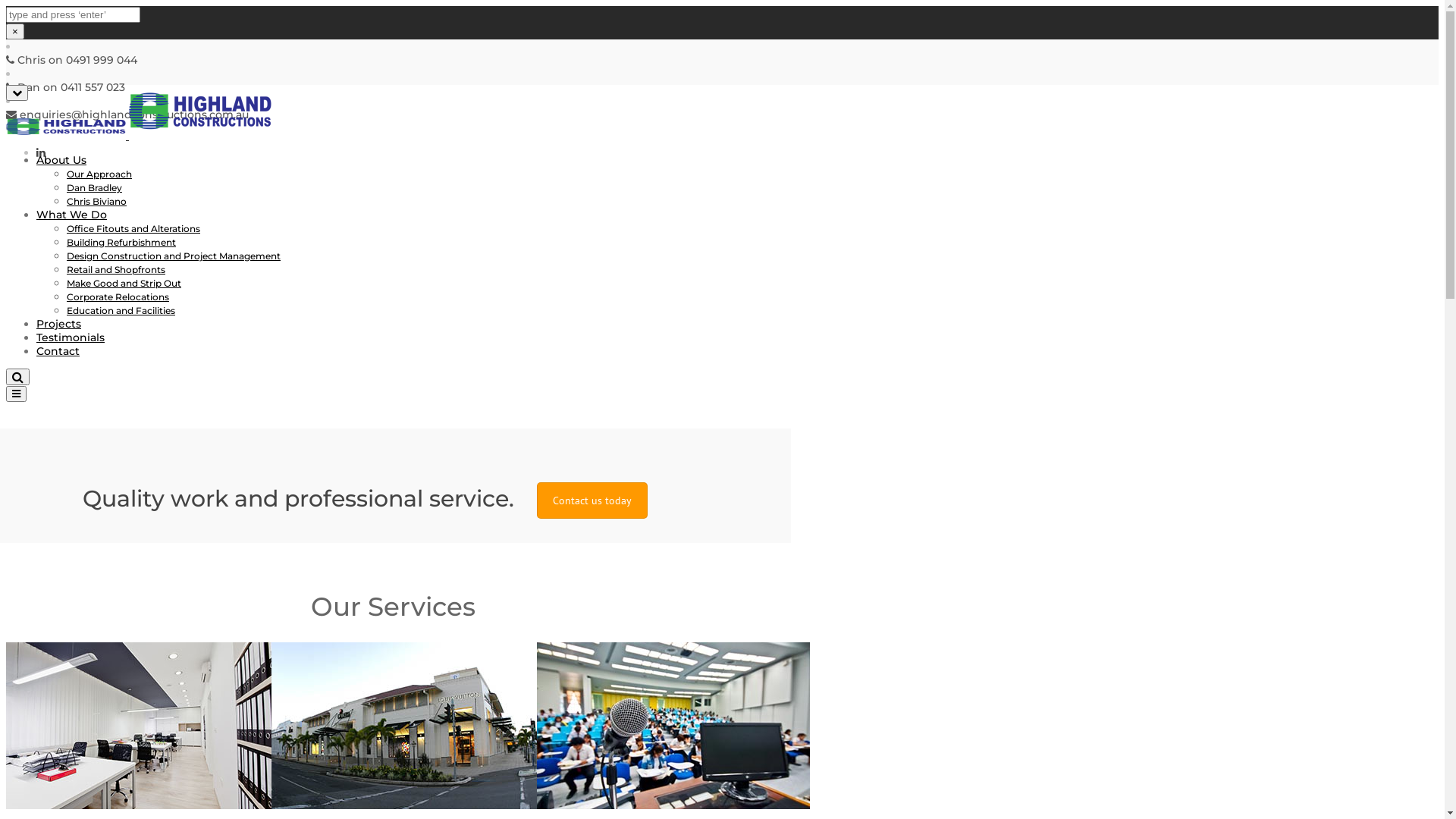 The height and width of the screenshot is (819, 1456). I want to click on 'Contact', so click(58, 350).